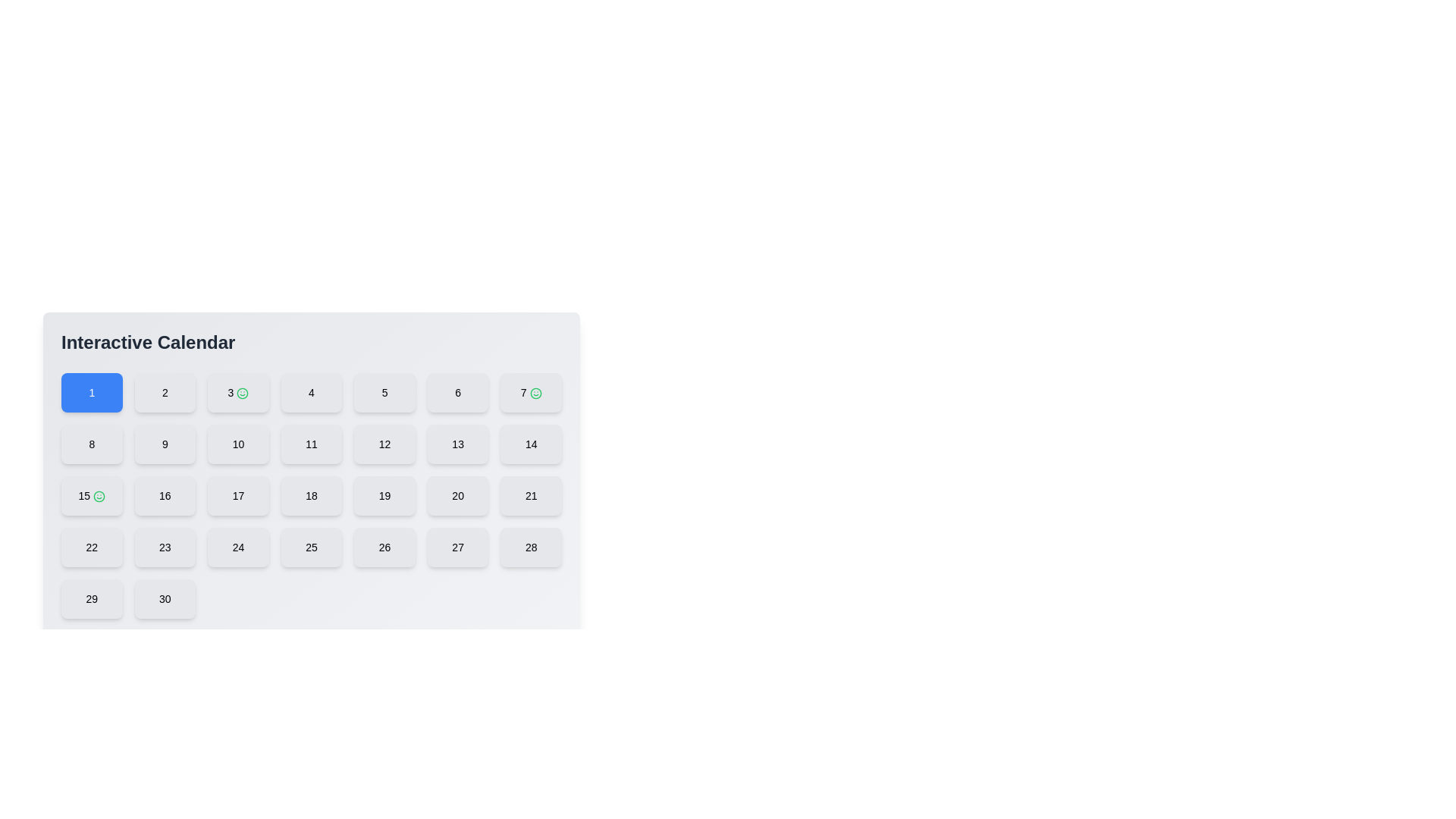 The height and width of the screenshot is (819, 1456). What do you see at coordinates (91, 547) in the screenshot?
I see `the calendar date button labeled '22' located in the sixth row and first column of the calendar grid` at bounding box center [91, 547].